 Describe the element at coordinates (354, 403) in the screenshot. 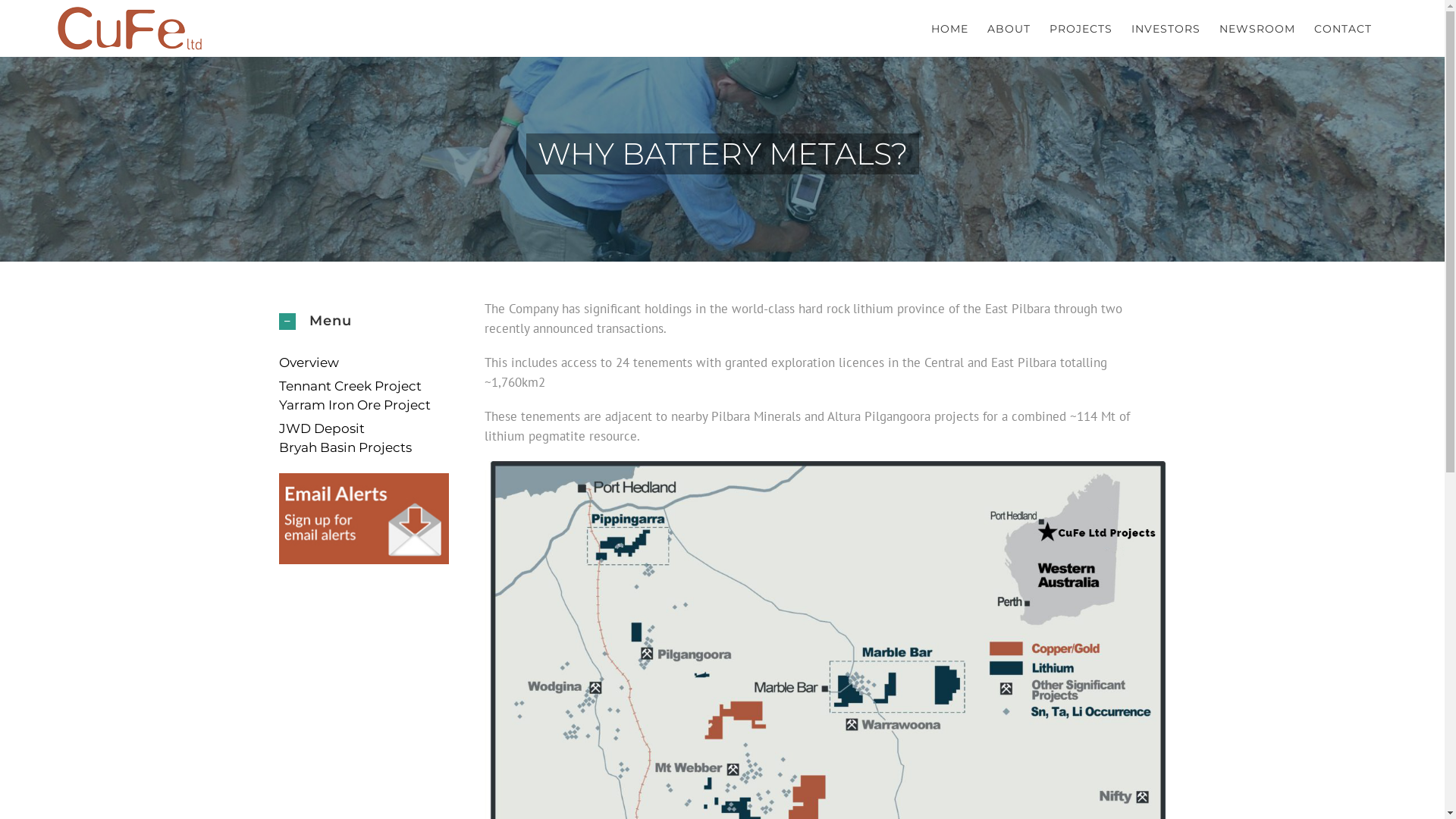

I see `'Yarram Iron Ore Project'` at that location.